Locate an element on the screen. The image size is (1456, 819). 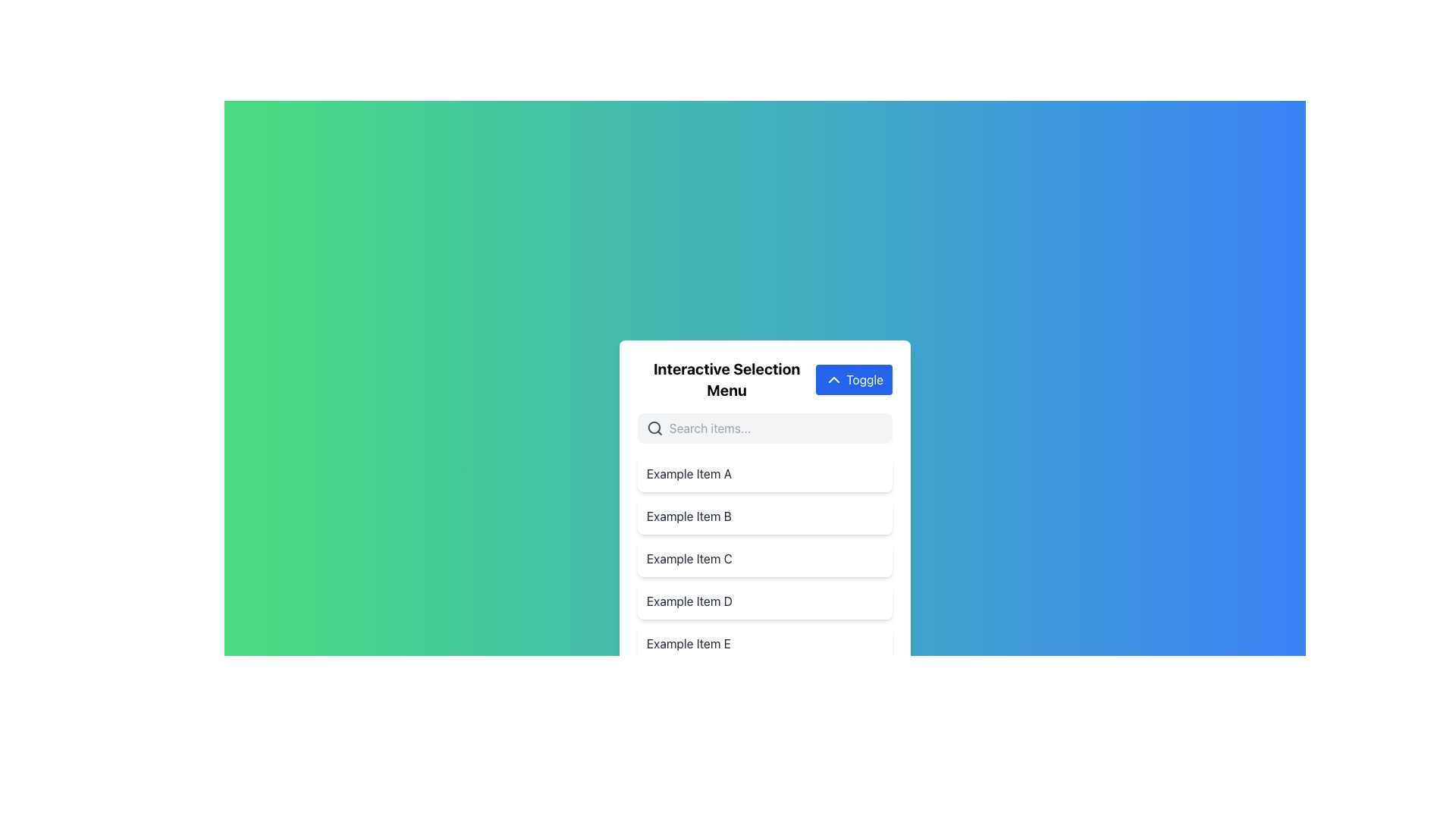
the circular outline of the magnifying glass icon located within the search interface, positioned to the left of the input box is located at coordinates (654, 428).